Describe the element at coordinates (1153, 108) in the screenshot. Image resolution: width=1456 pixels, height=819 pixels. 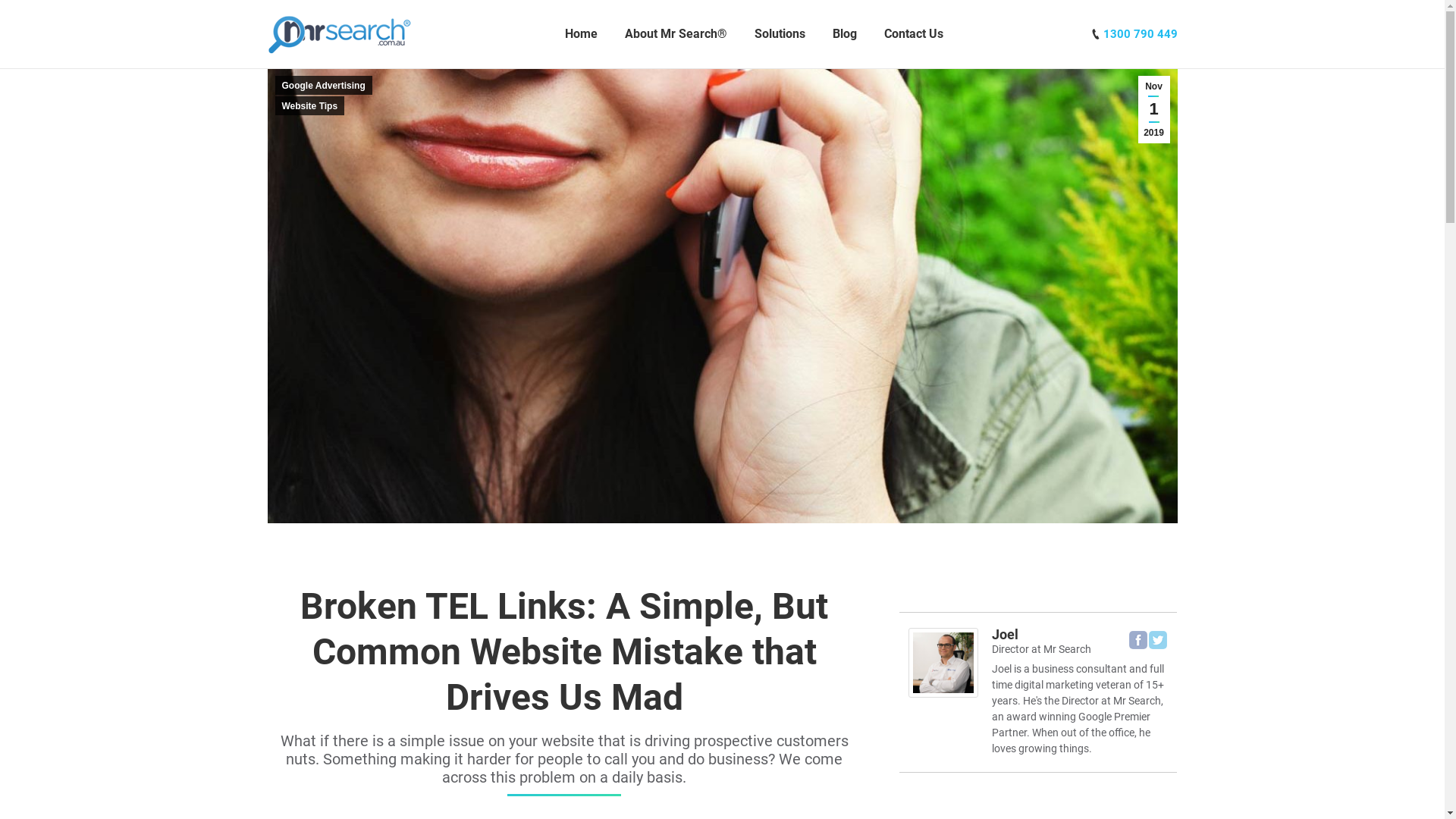
I see `'Nov` at that location.